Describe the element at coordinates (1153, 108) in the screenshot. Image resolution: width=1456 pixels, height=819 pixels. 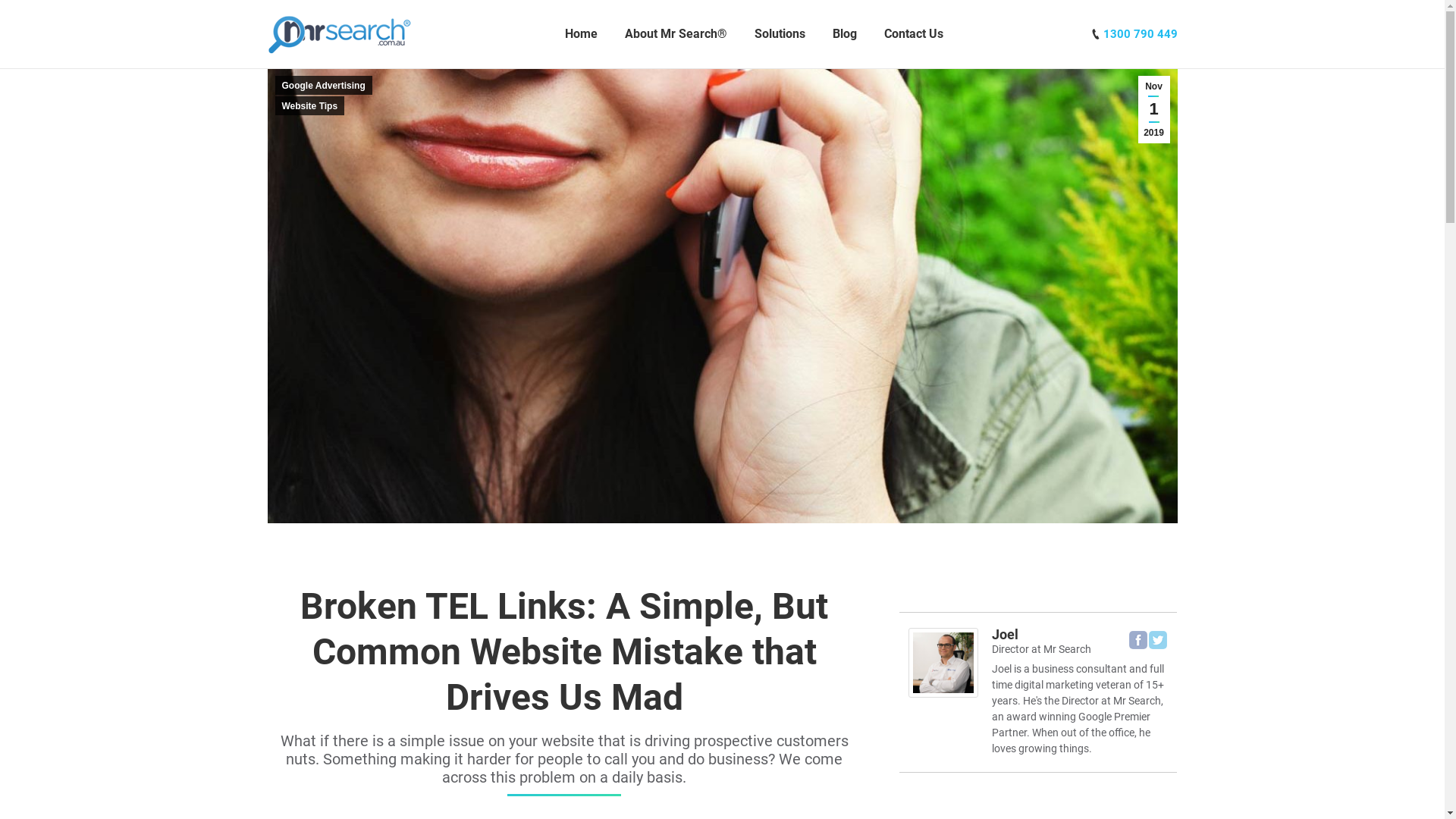
I see `'Nov` at that location.